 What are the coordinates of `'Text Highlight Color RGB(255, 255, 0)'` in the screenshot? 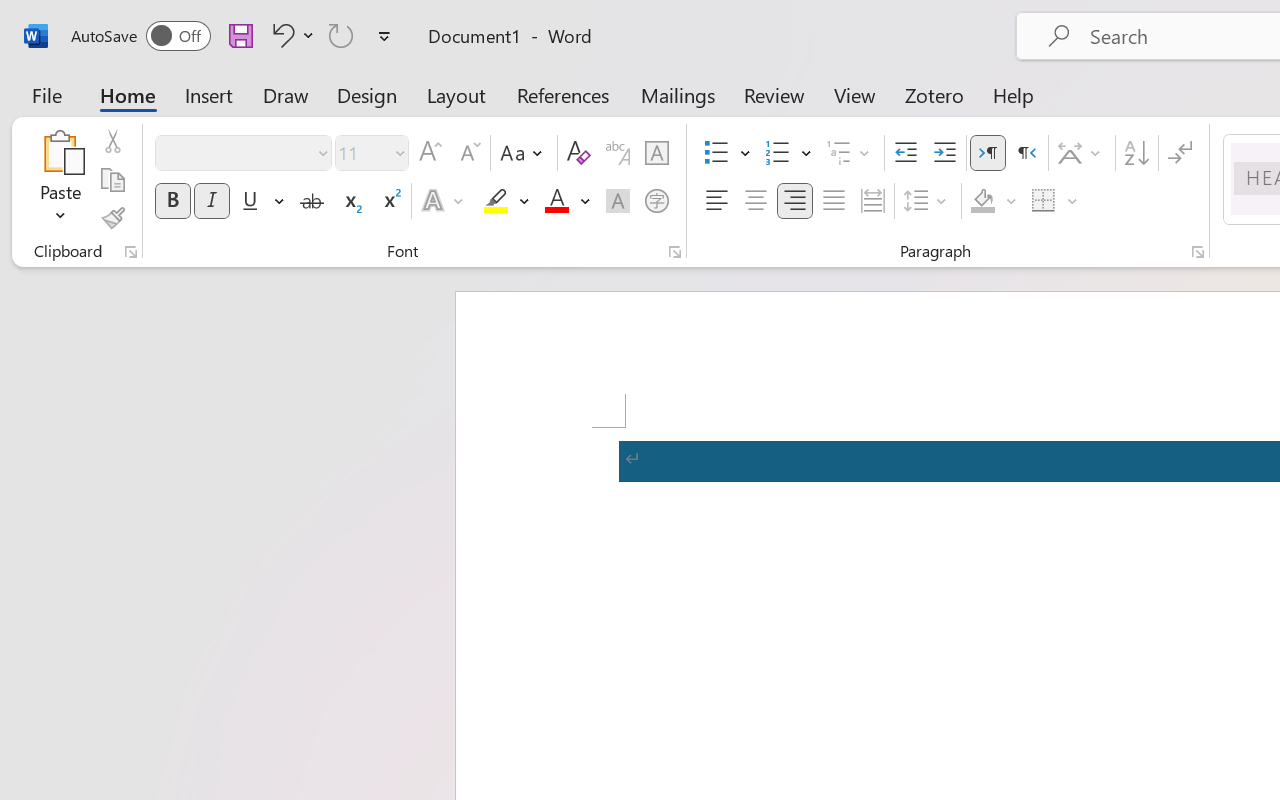 It's located at (496, 201).